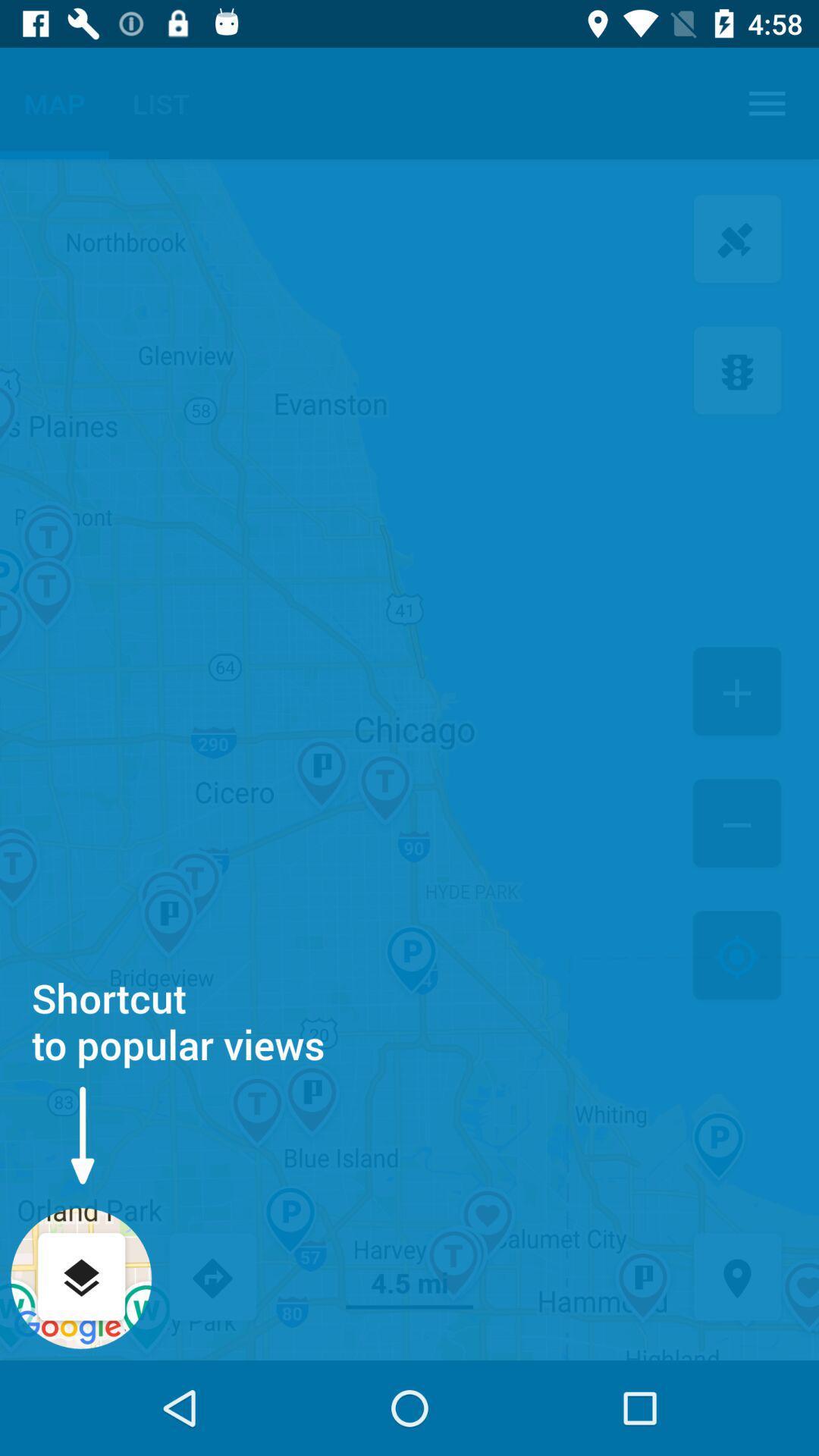 This screenshot has height=1456, width=819. Describe the element at coordinates (81, 1278) in the screenshot. I see `the layers icon` at that location.